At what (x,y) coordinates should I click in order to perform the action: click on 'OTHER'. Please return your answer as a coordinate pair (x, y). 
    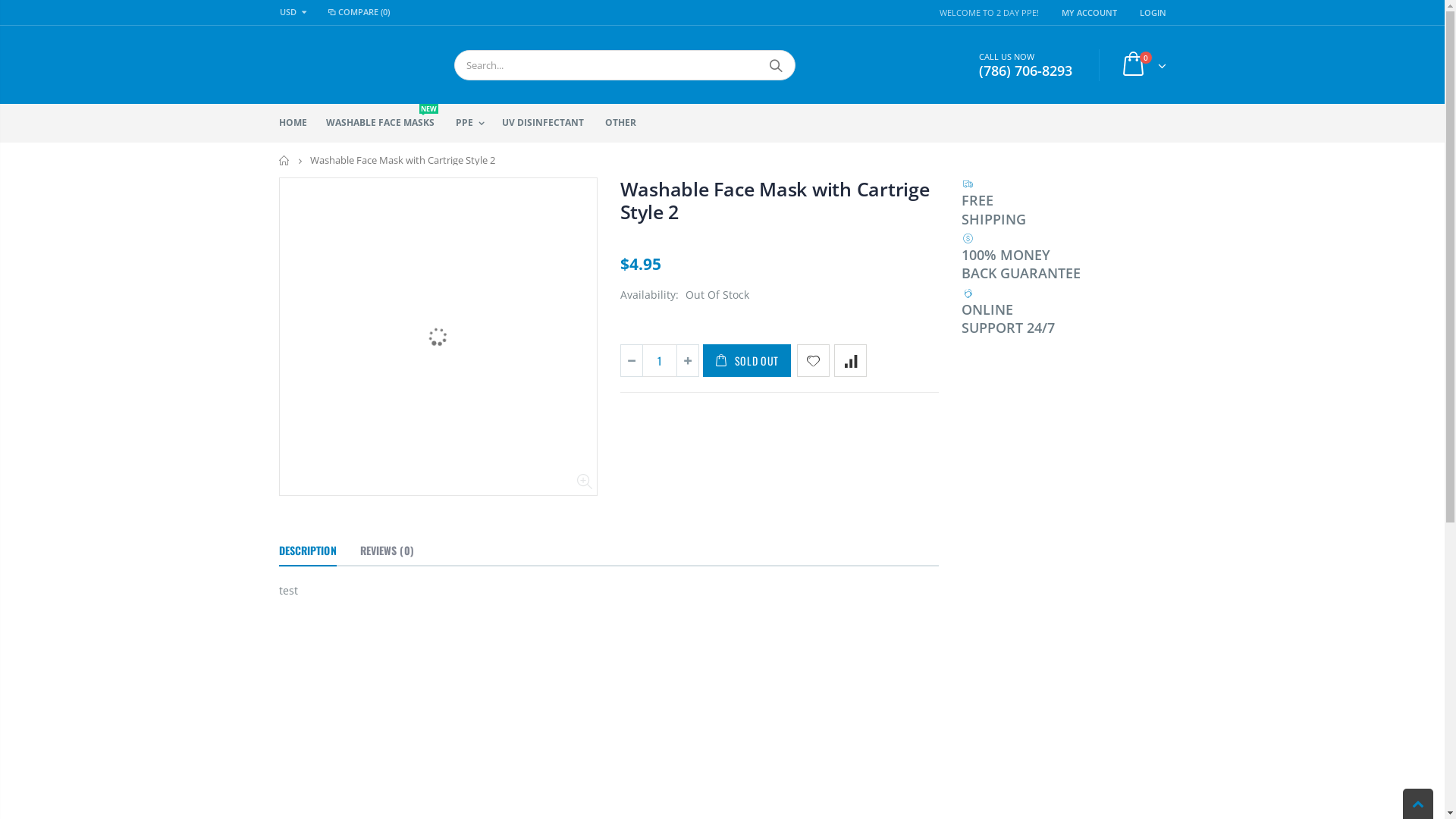
    Looking at the image, I should click on (626, 122).